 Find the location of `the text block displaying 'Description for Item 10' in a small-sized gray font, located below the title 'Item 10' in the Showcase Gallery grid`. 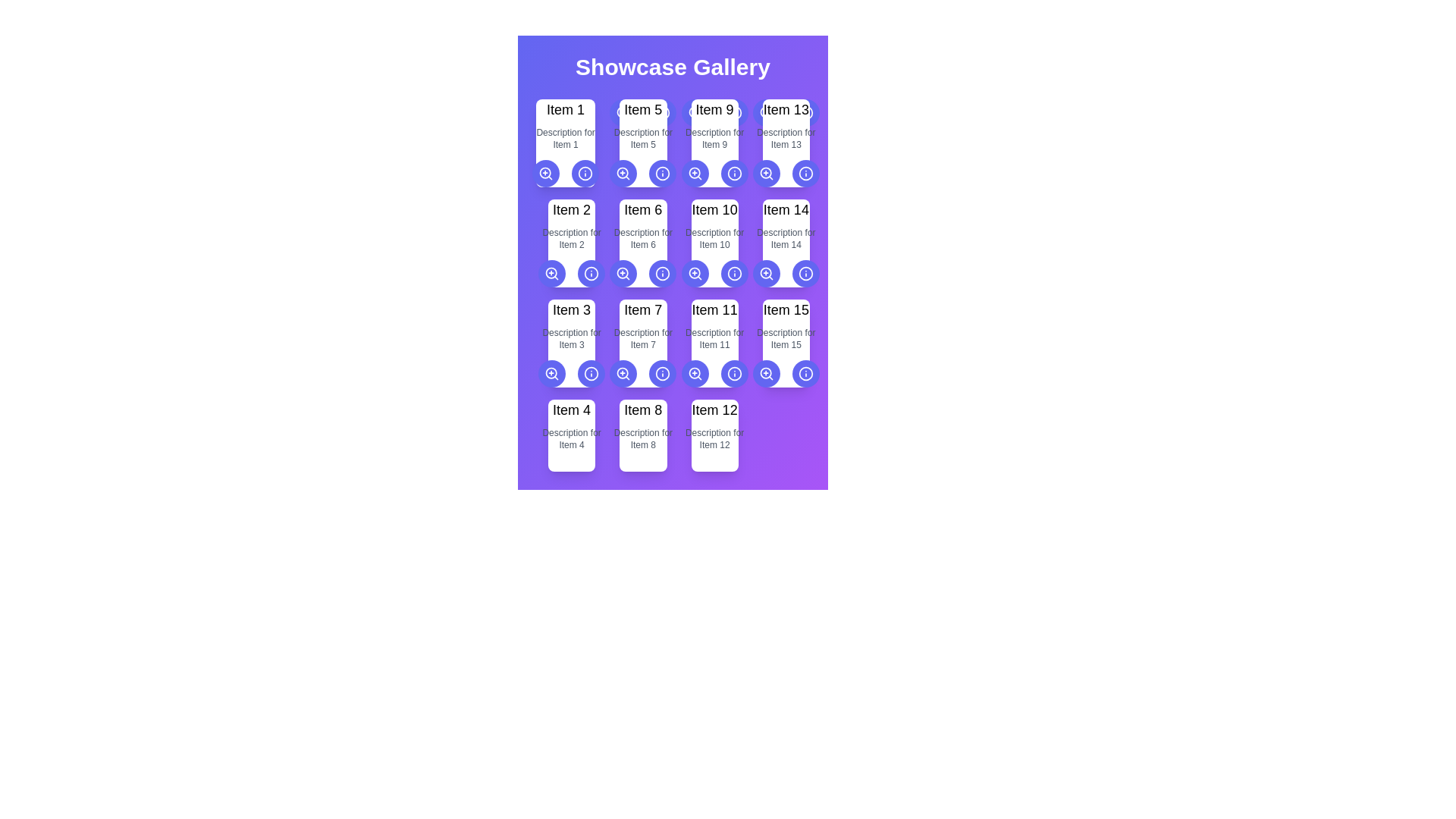

the text block displaying 'Description for Item 10' in a small-sized gray font, located below the title 'Item 10' in the Showcase Gallery grid is located at coordinates (714, 239).